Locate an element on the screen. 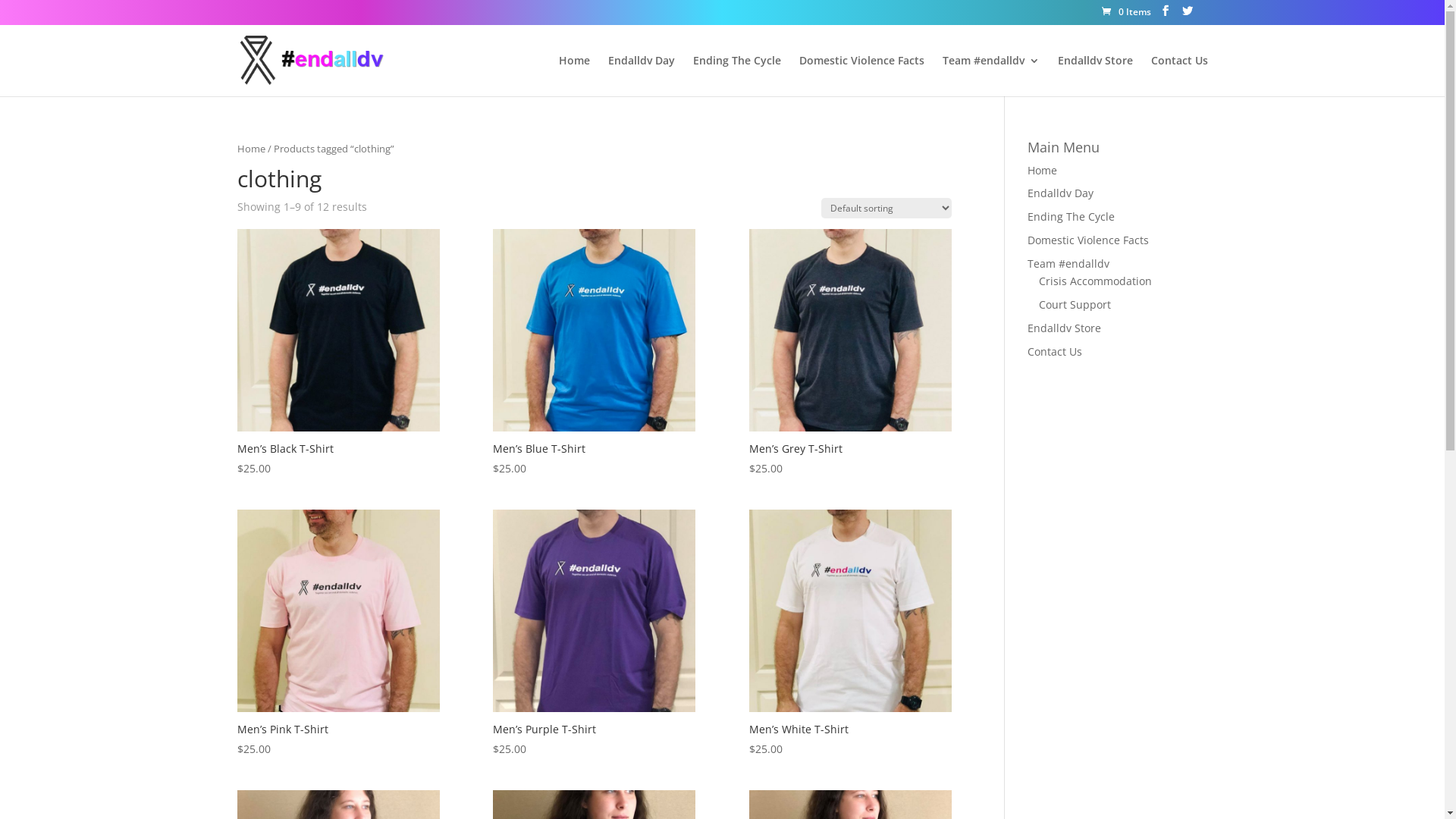 This screenshot has height=819, width=1456. '0 Items' is located at coordinates (1125, 11).